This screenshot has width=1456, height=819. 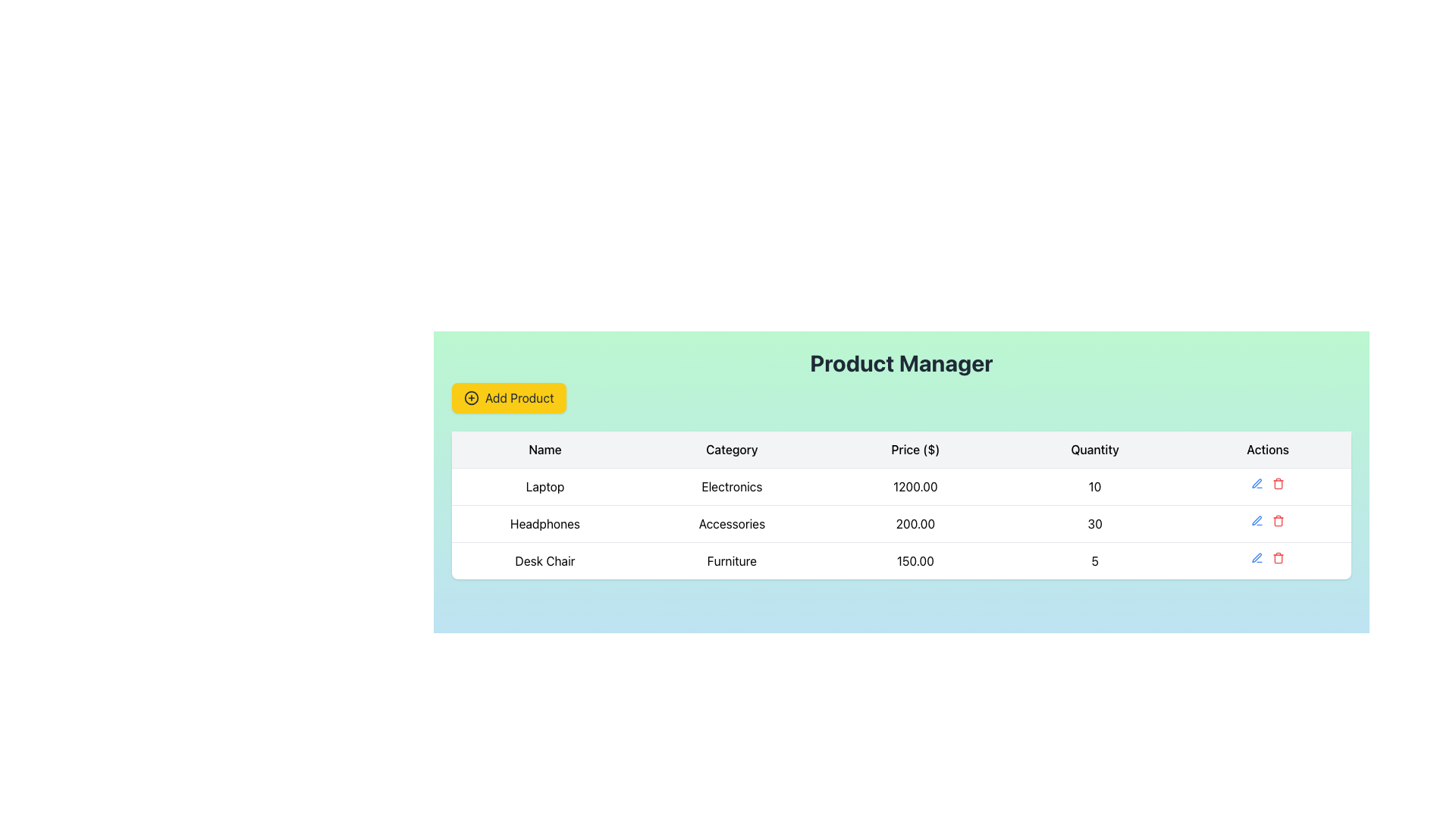 What do you see at coordinates (732, 560) in the screenshot?
I see `the informational Text Label displaying the category 'Desk Chair' in the last row of the table` at bounding box center [732, 560].